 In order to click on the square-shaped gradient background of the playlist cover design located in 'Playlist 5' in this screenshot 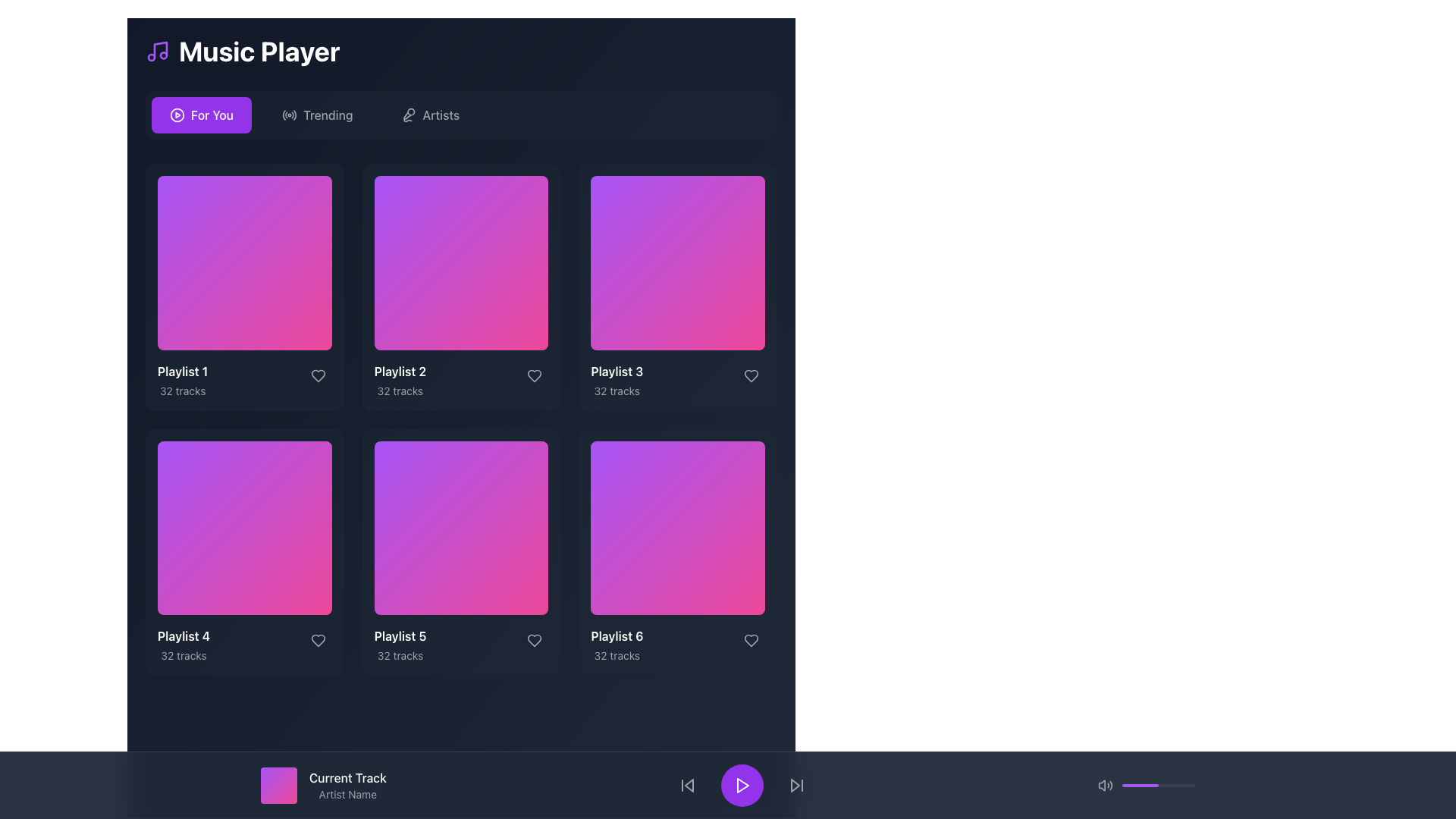, I will do `click(460, 527)`.